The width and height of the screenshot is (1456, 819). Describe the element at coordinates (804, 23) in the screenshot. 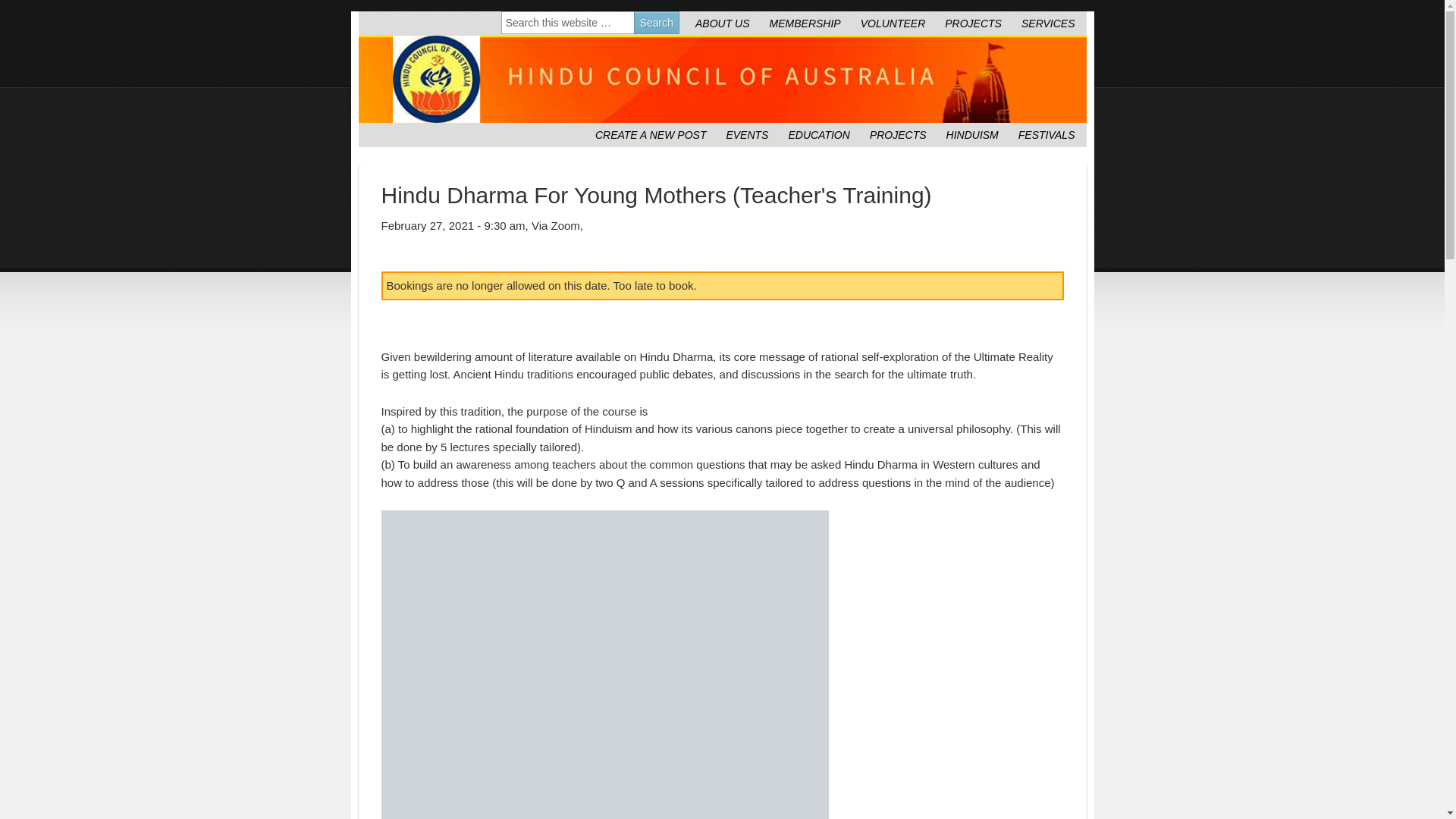

I see `'MEMBERSHIP'` at that location.